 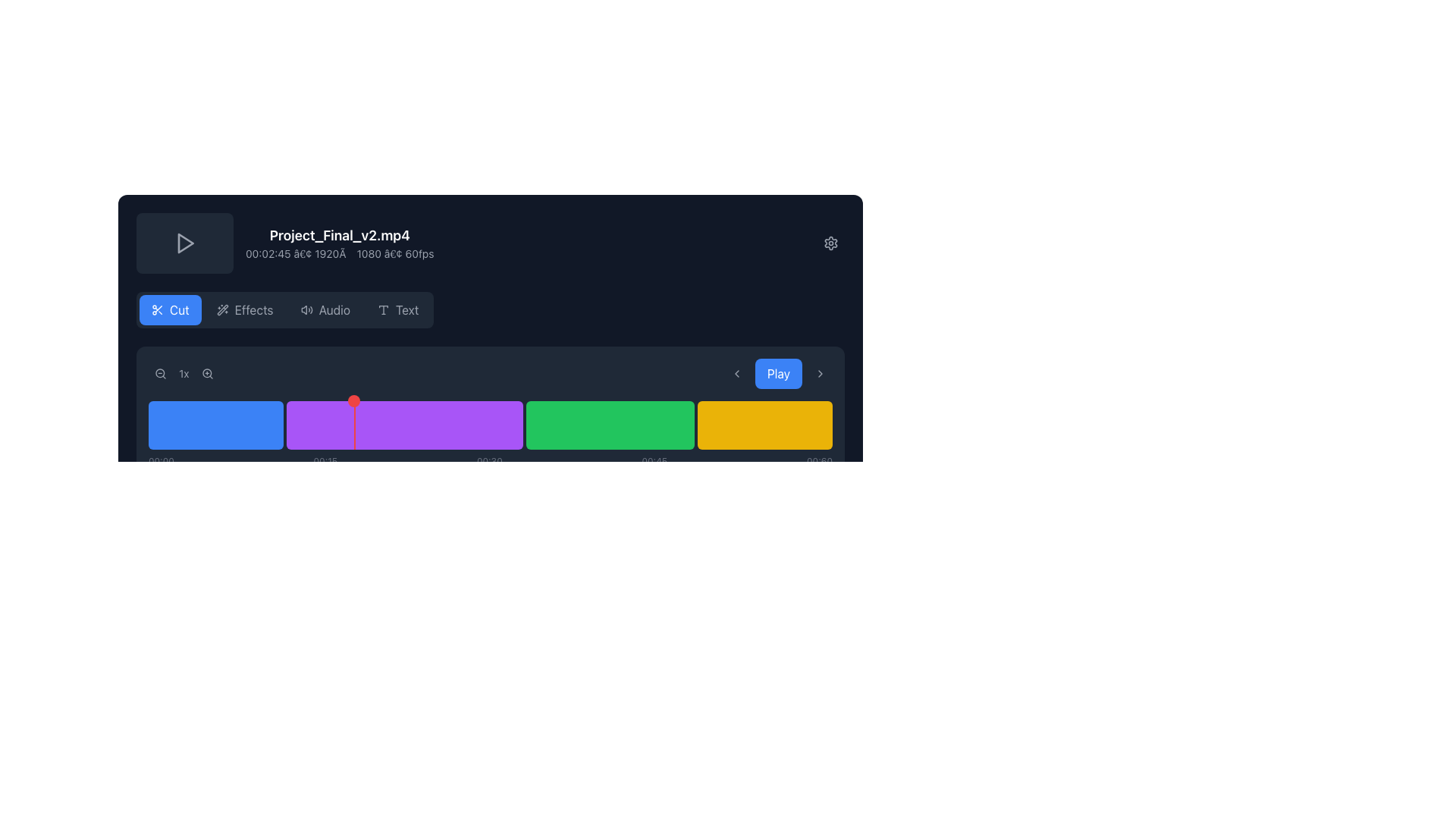 I want to click on the purple segment block in the timeline, so click(x=404, y=425).